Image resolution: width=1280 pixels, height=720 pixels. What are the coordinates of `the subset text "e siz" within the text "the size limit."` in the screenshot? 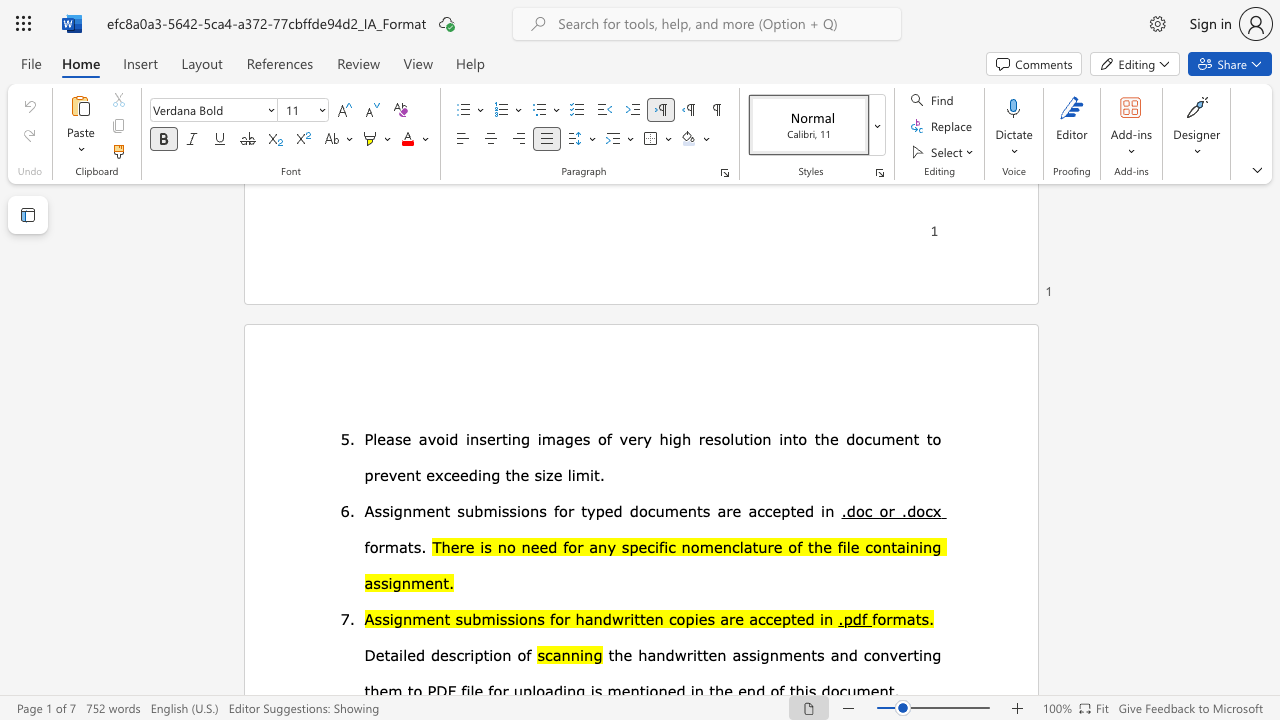 It's located at (520, 474).